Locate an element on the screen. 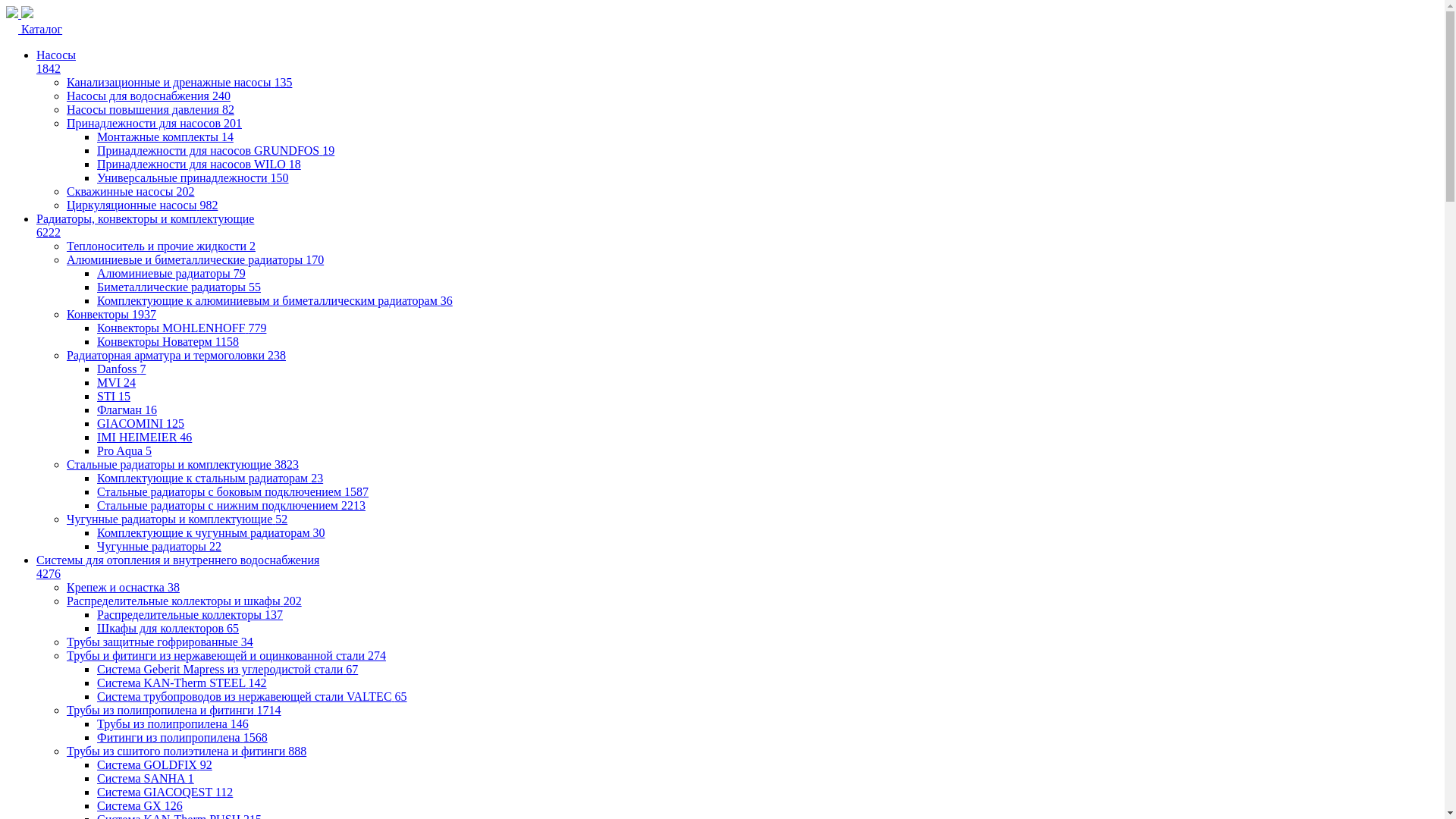 The height and width of the screenshot is (819, 1456). 'GIACOMINI 125' is located at coordinates (140, 423).